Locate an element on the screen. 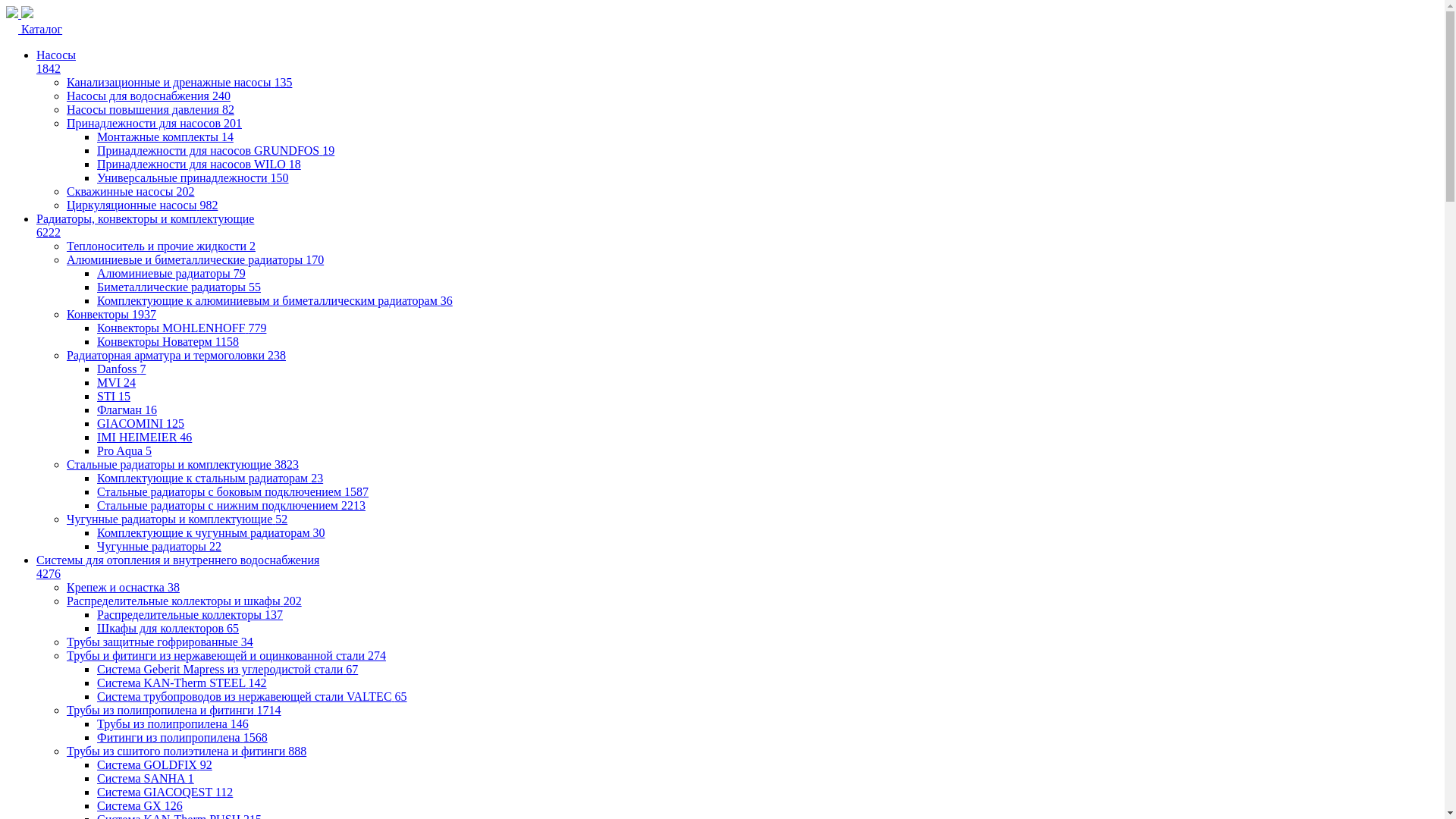 The height and width of the screenshot is (819, 1456). 'GIACOMINI 125' is located at coordinates (140, 423).